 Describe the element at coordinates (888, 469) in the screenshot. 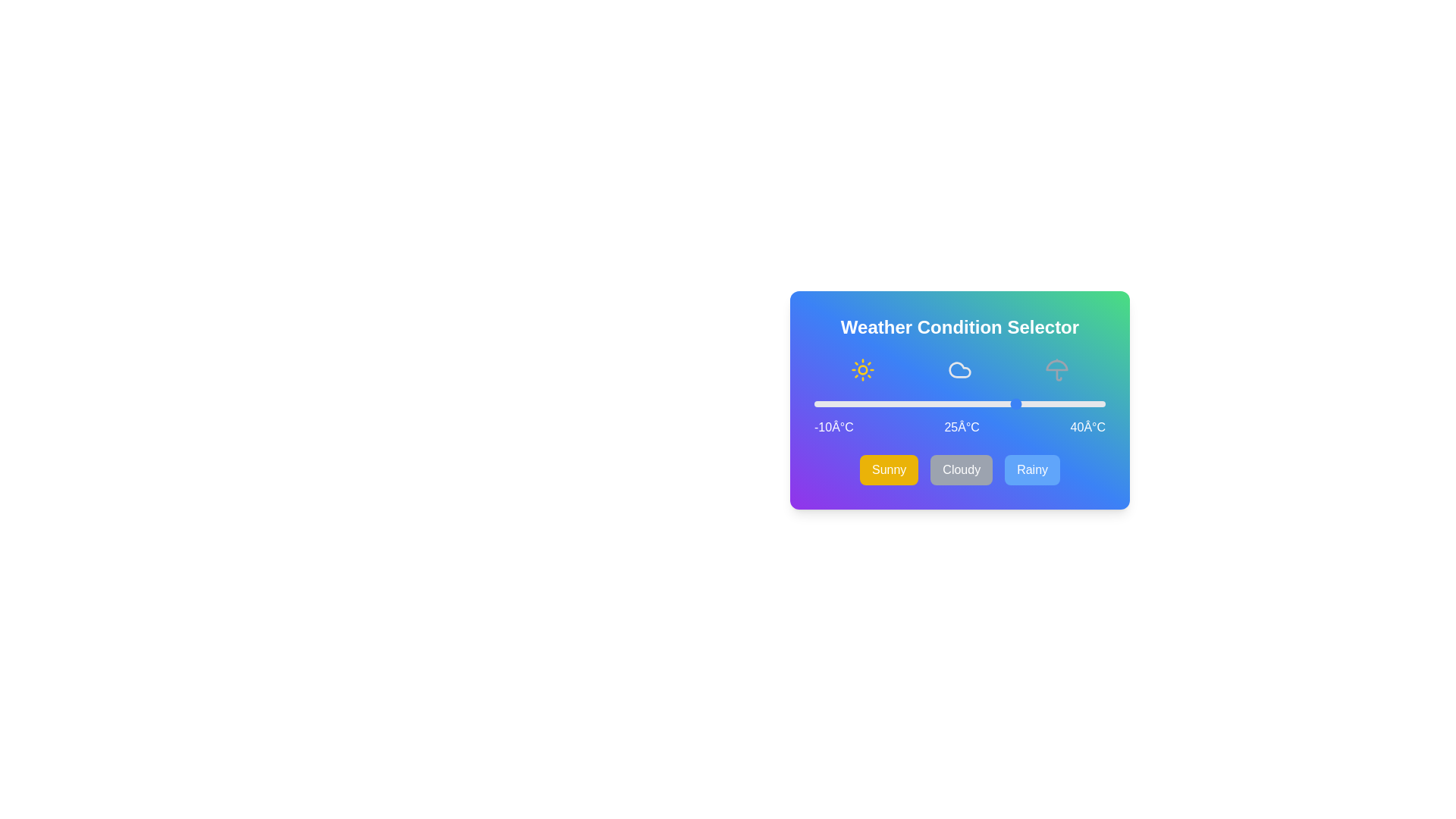

I see `the 'Sunny' button to set the weather condition to 'Sunny'` at that location.